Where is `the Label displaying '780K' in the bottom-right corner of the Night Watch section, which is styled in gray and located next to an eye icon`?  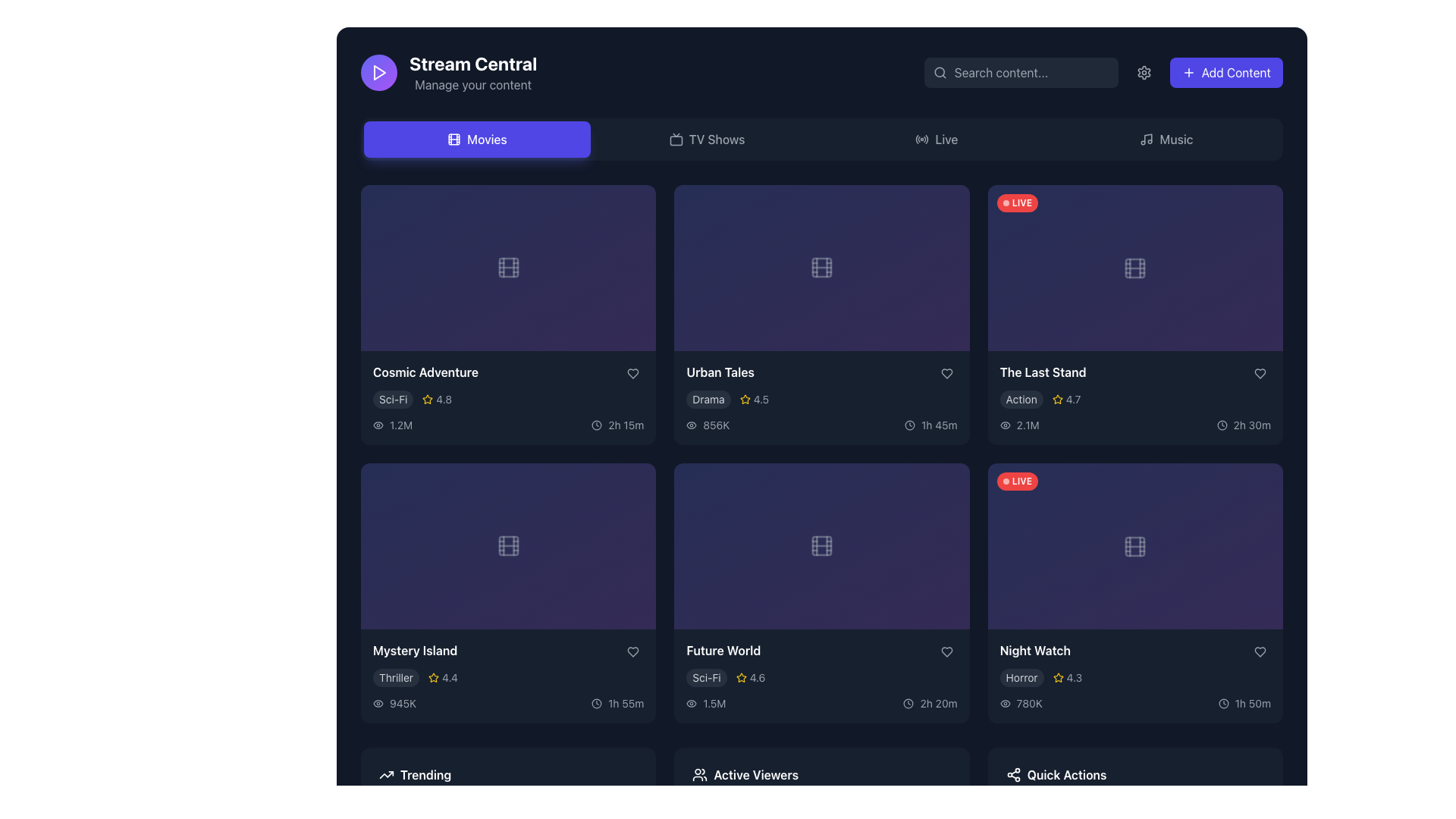
the Label displaying '780K' in the bottom-right corner of the Night Watch section, which is styled in gray and located next to an eye icon is located at coordinates (1021, 704).